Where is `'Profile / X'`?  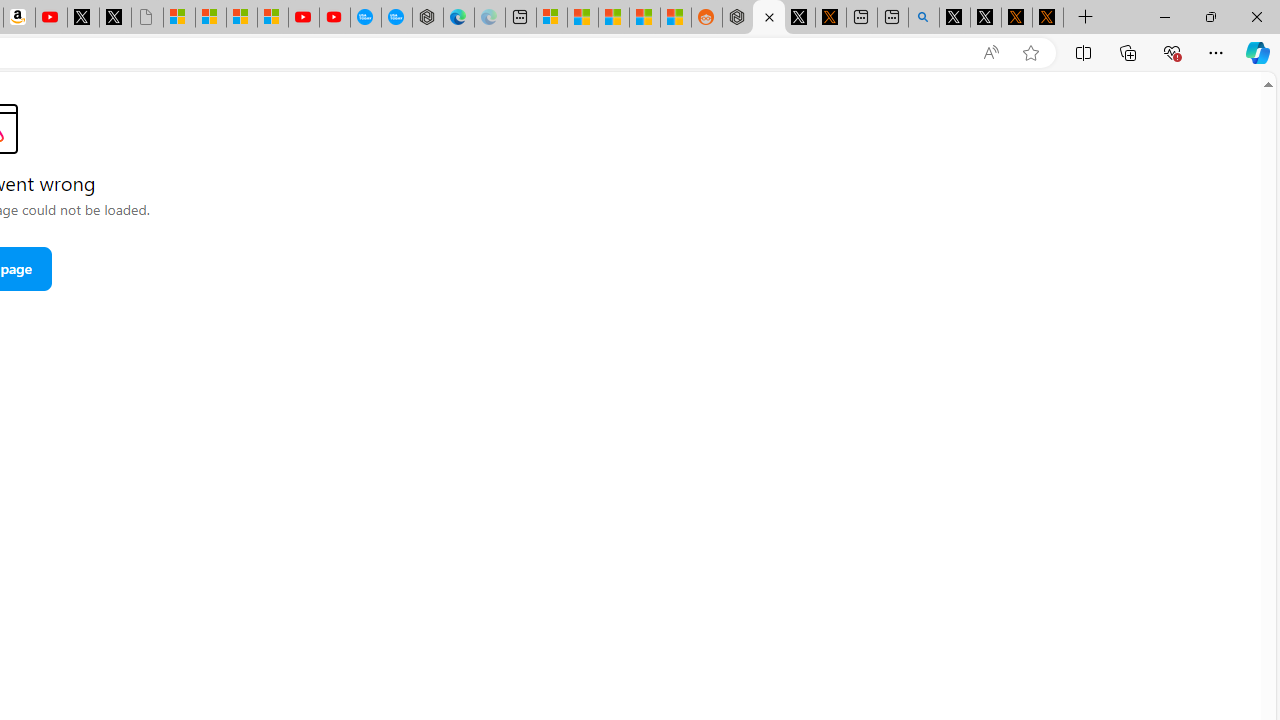
'Profile / X' is located at coordinates (953, 17).